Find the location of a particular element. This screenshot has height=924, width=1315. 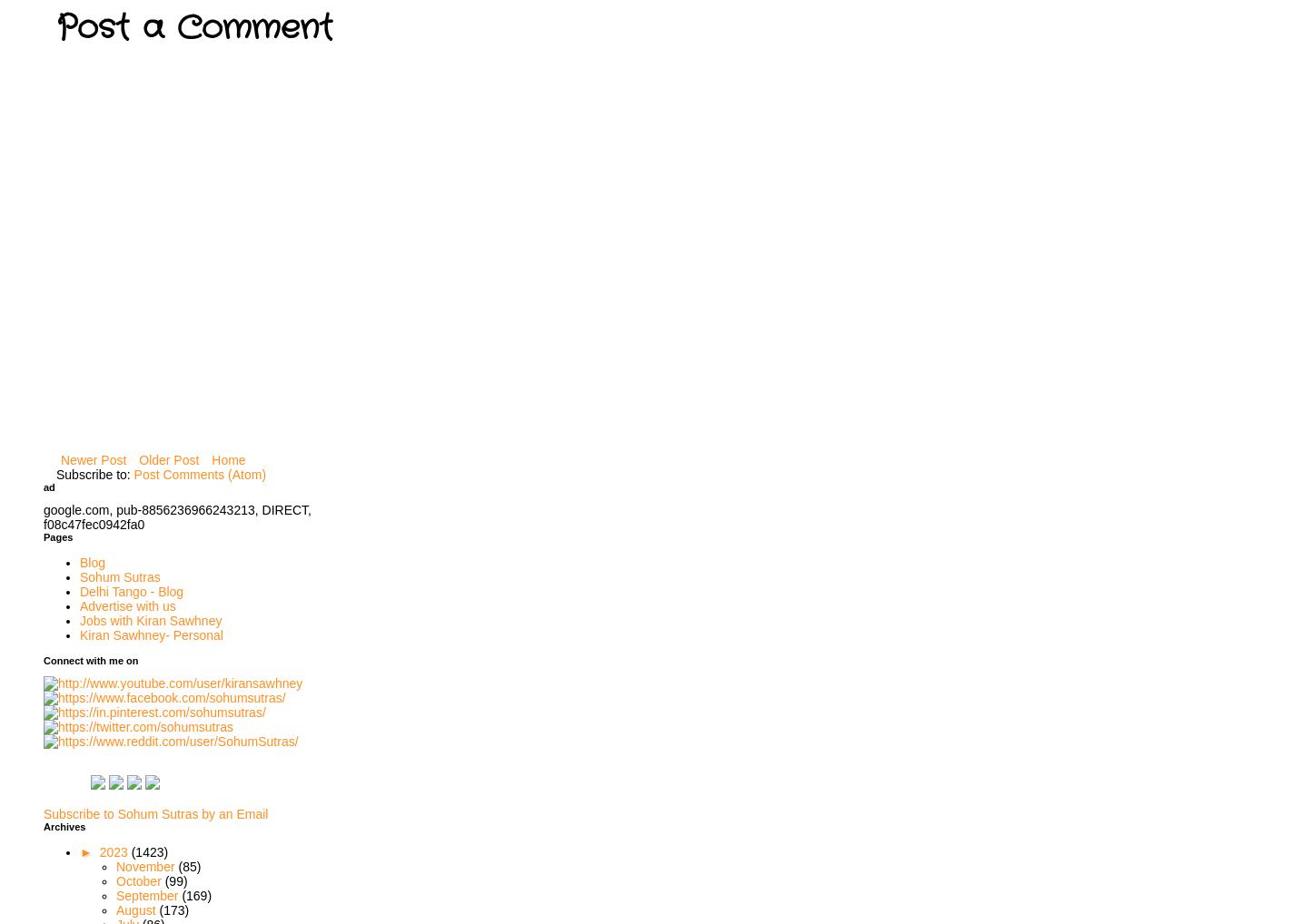

'Post Comments (Atom)' is located at coordinates (199, 473).